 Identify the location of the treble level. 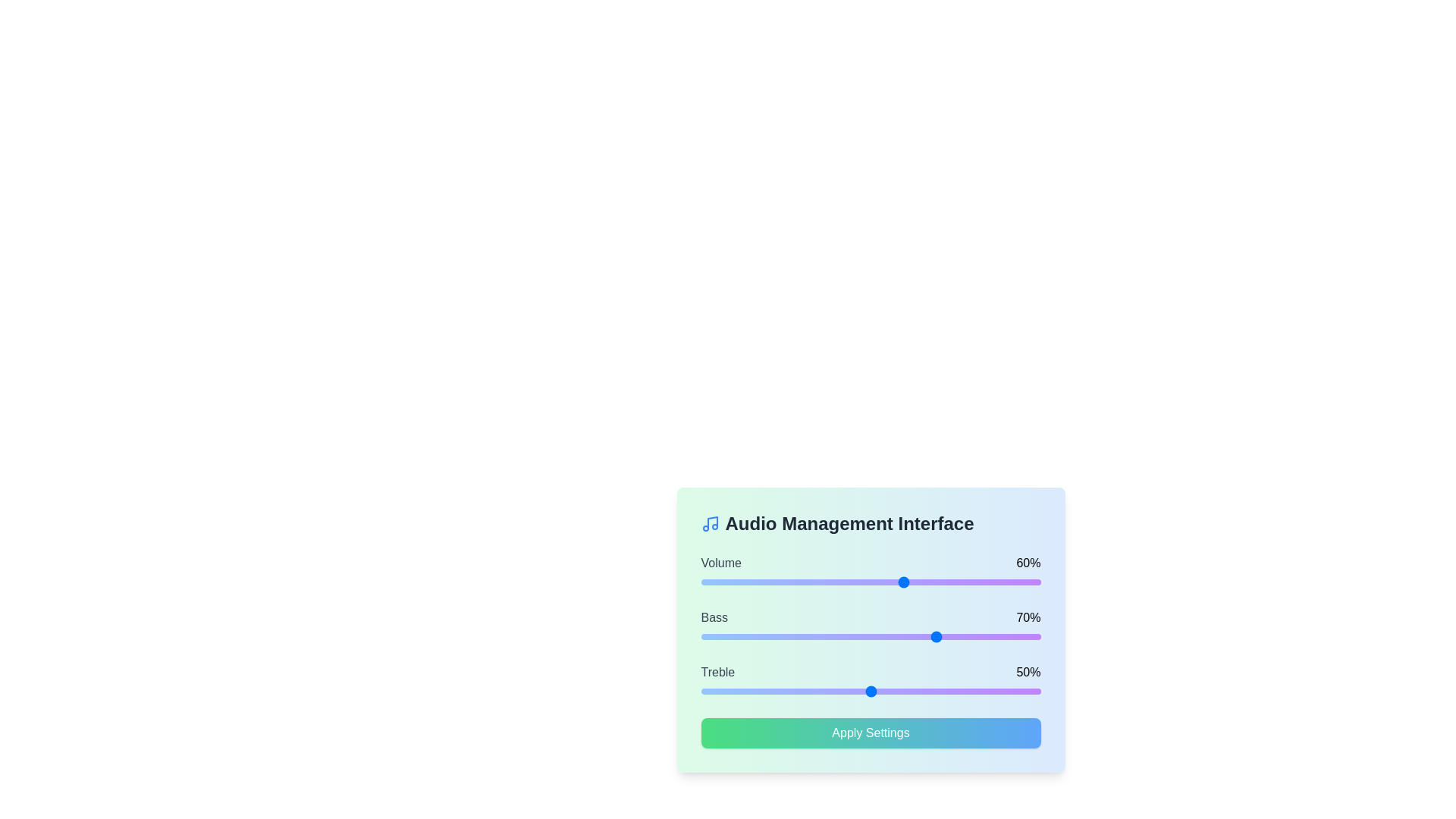
(833, 691).